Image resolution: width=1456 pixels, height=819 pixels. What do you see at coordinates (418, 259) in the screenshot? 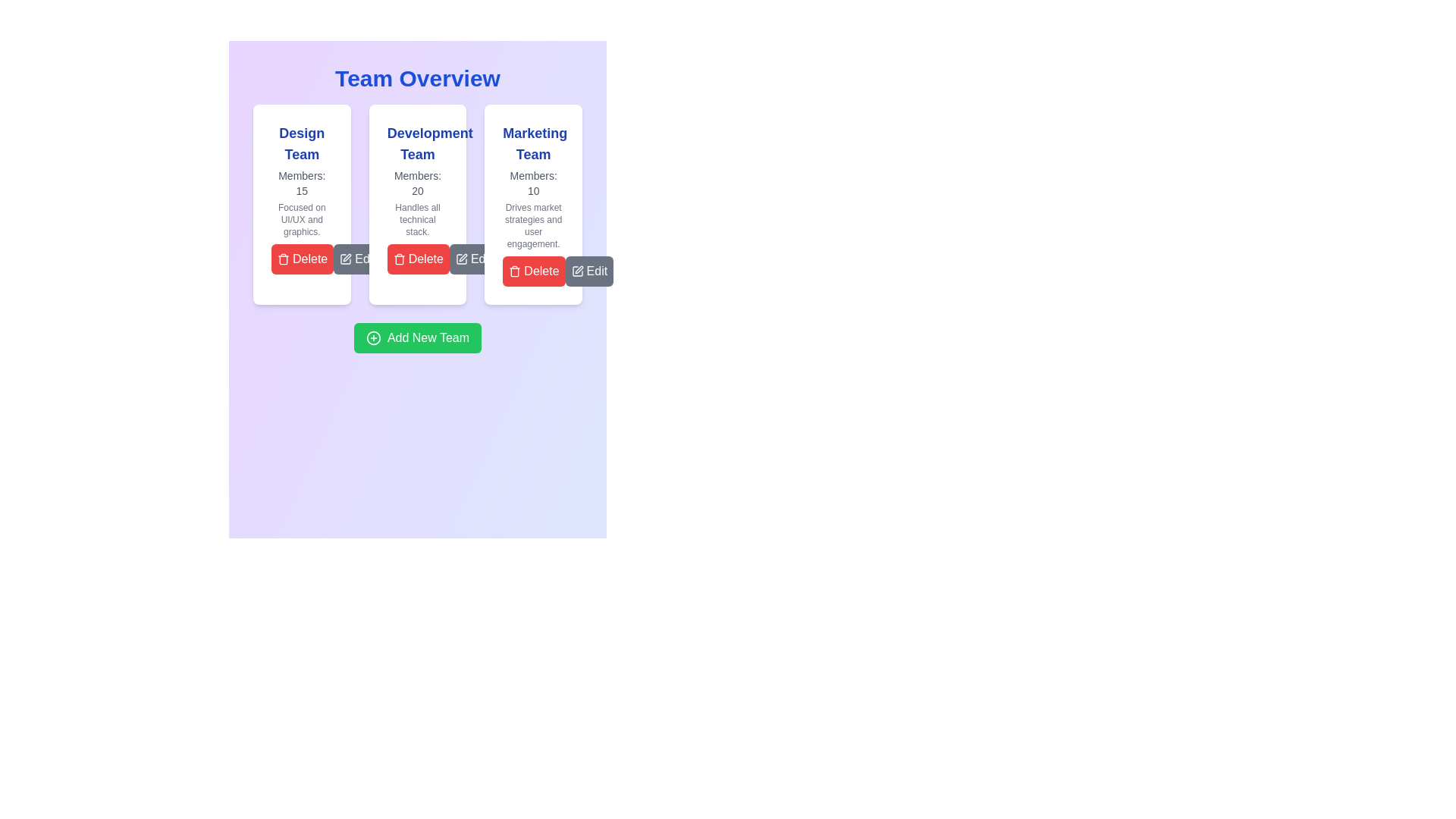
I see `the deletion button located to the left of the gray 'Edit' button within the 'Development Team' card` at bounding box center [418, 259].